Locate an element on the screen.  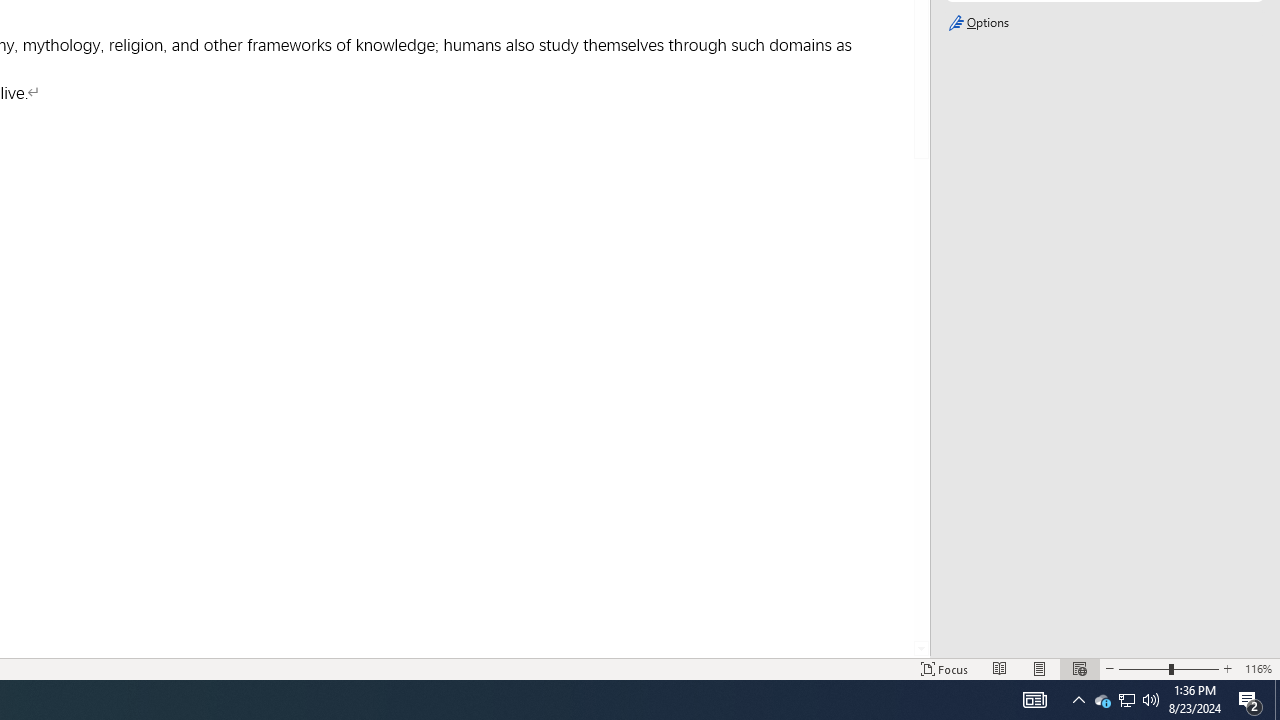
'Zoom 116%' is located at coordinates (1257, 669).